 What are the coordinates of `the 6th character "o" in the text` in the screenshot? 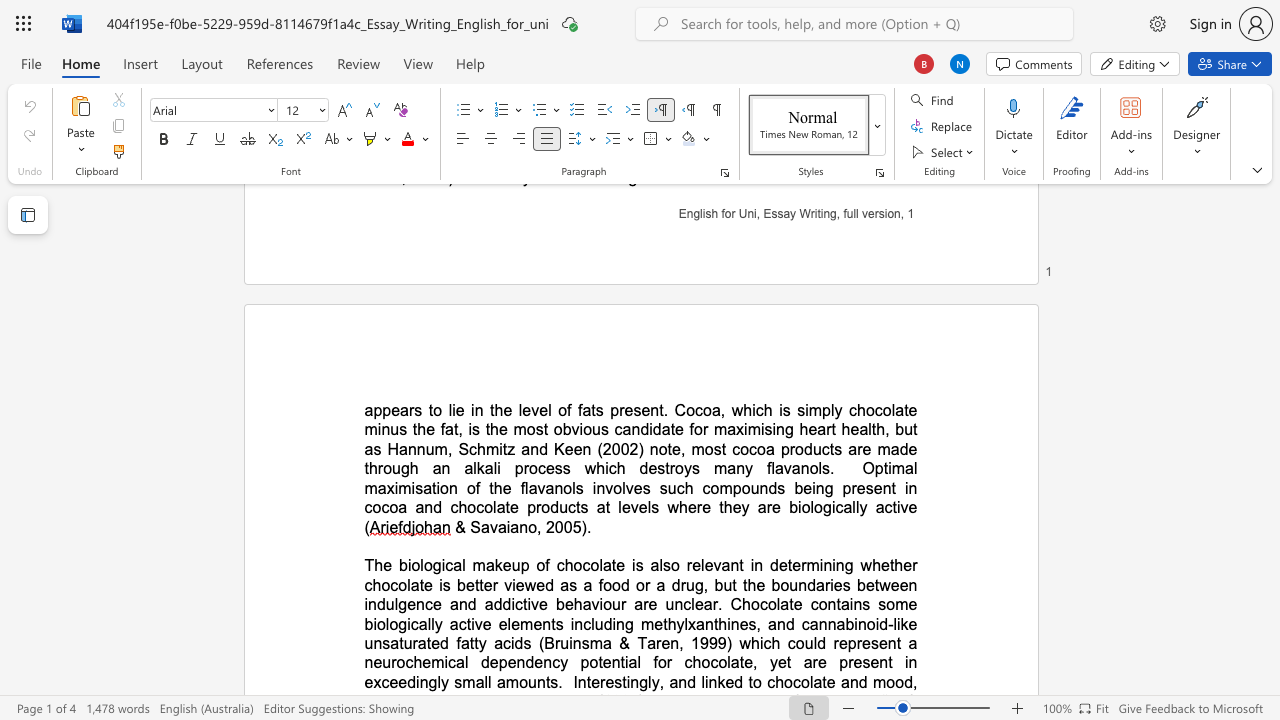 It's located at (745, 488).